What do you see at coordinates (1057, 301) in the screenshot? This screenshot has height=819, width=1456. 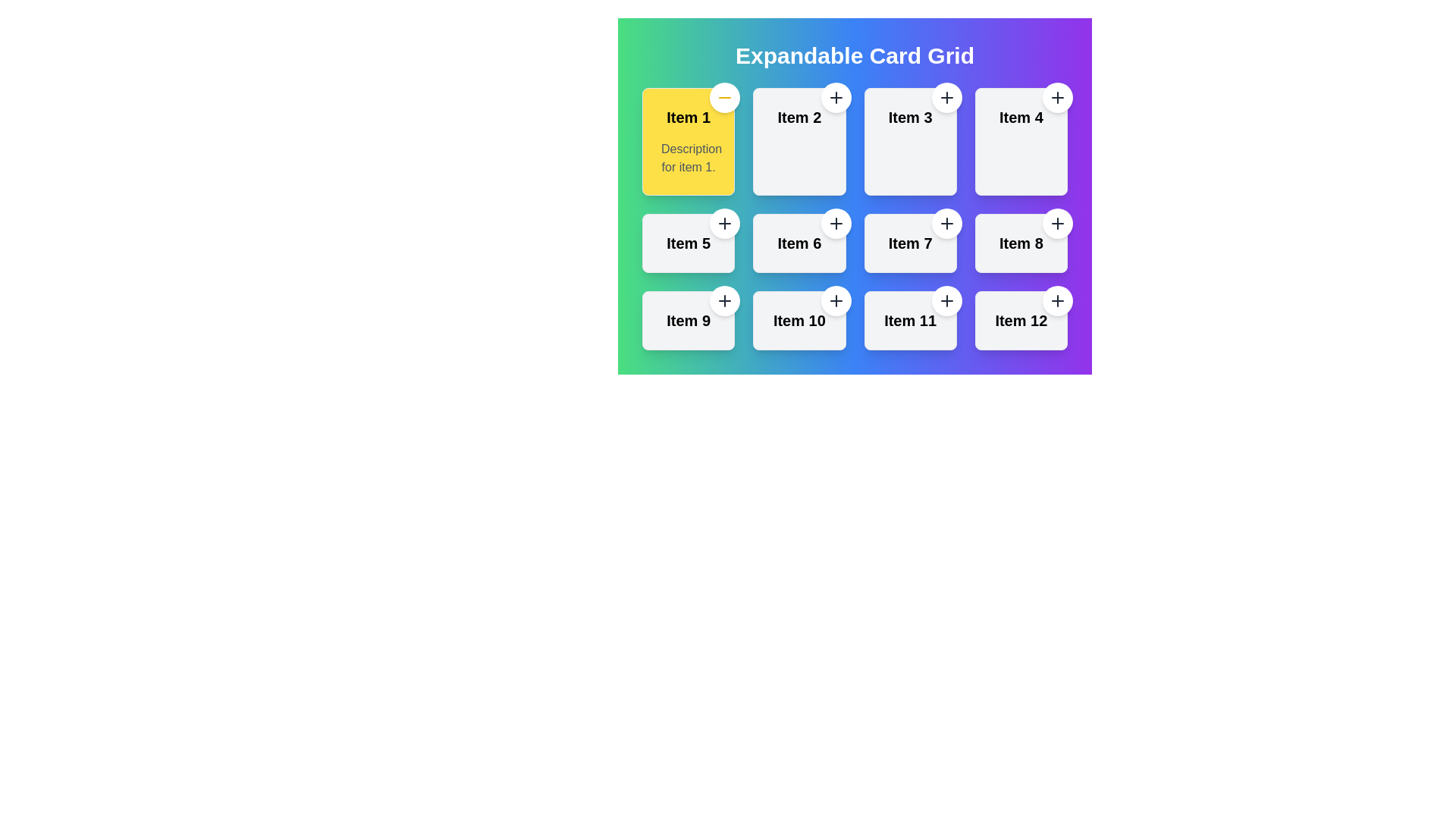 I see `the small circular button with a white background and a plus icon located at the top-right corner of the card labeled 'Item 12' in the grid layout` at bounding box center [1057, 301].